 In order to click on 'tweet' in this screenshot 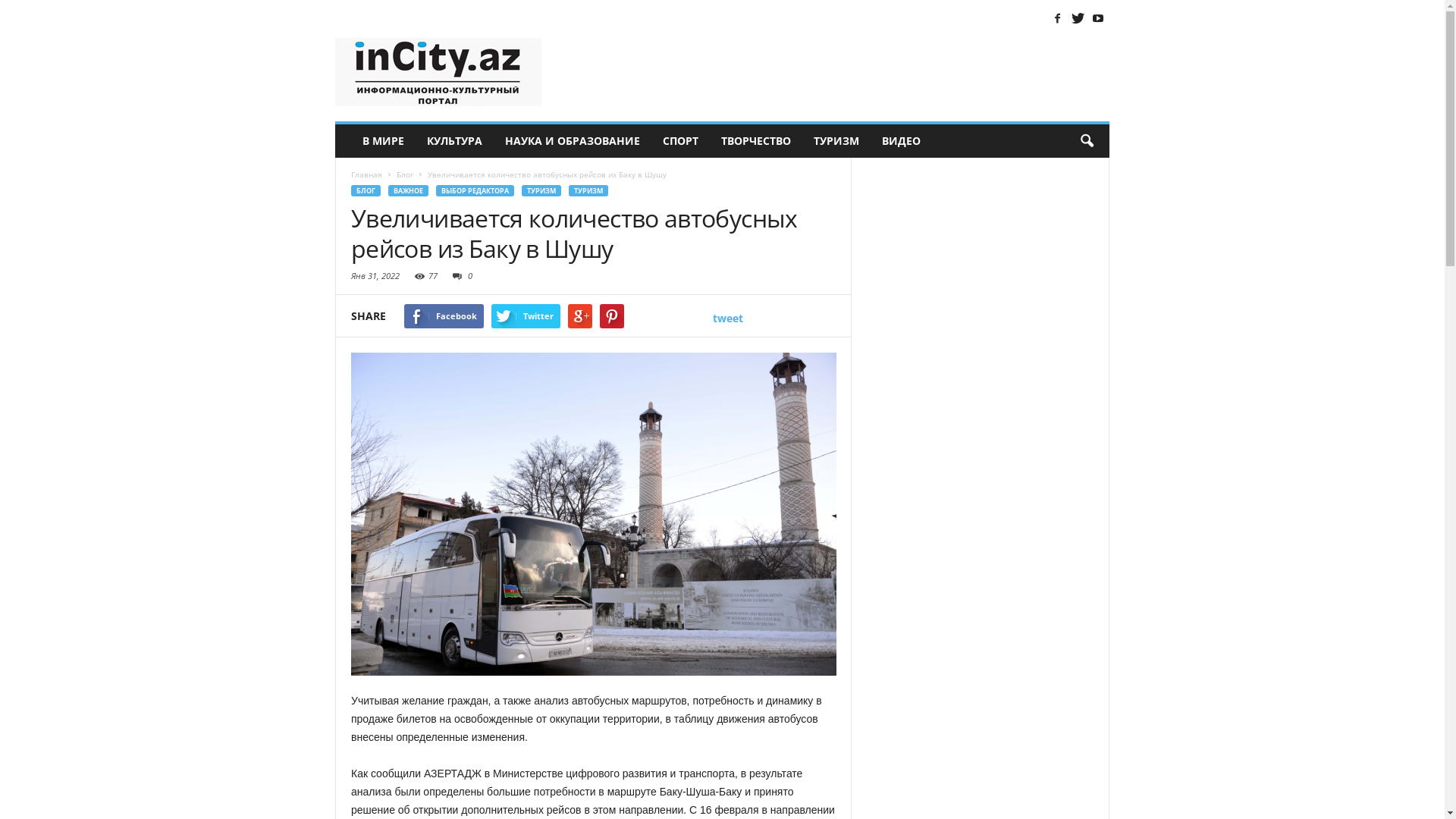, I will do `click(728, 318)`.